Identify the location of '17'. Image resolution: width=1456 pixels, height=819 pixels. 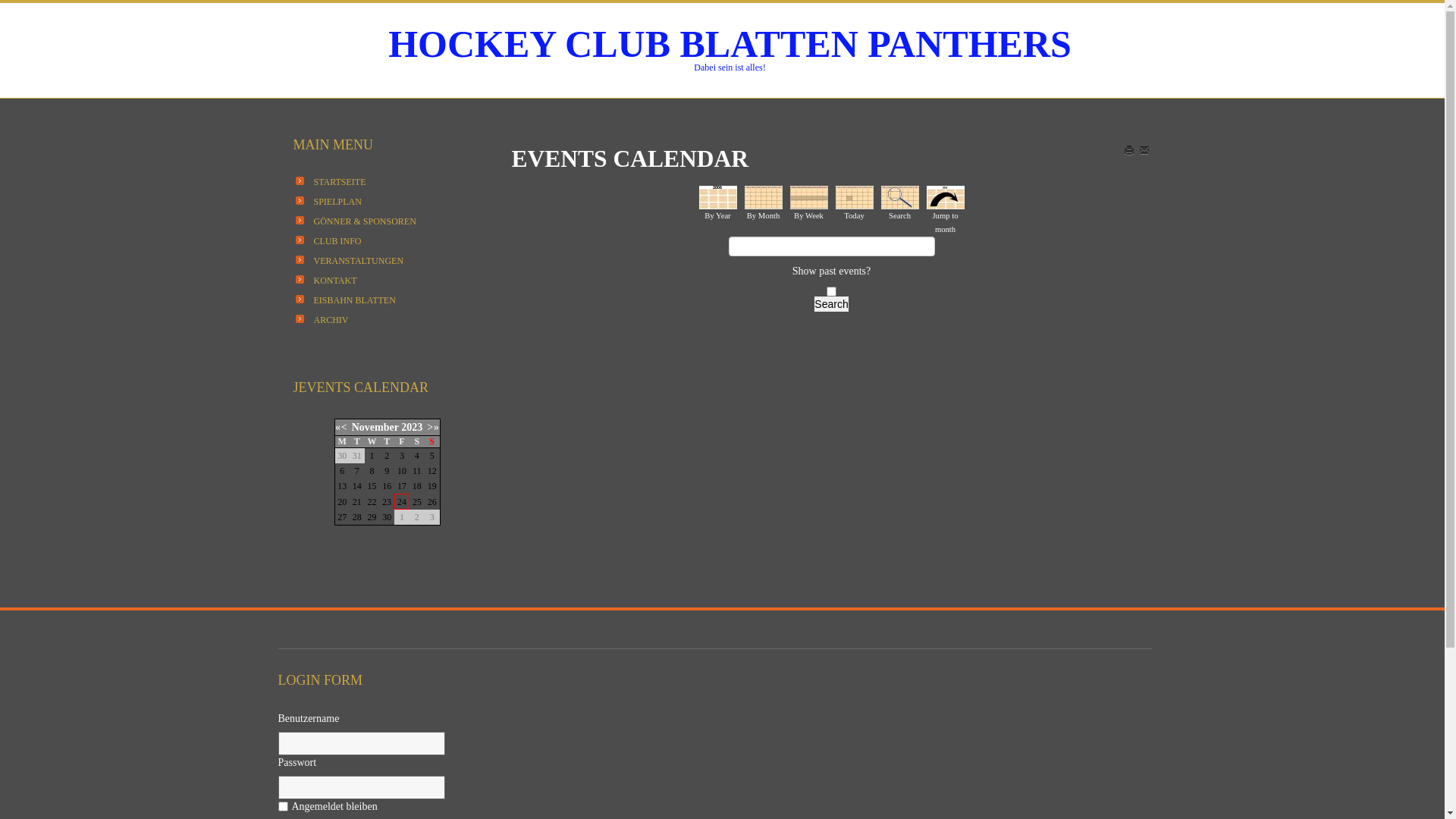
(397, 485).